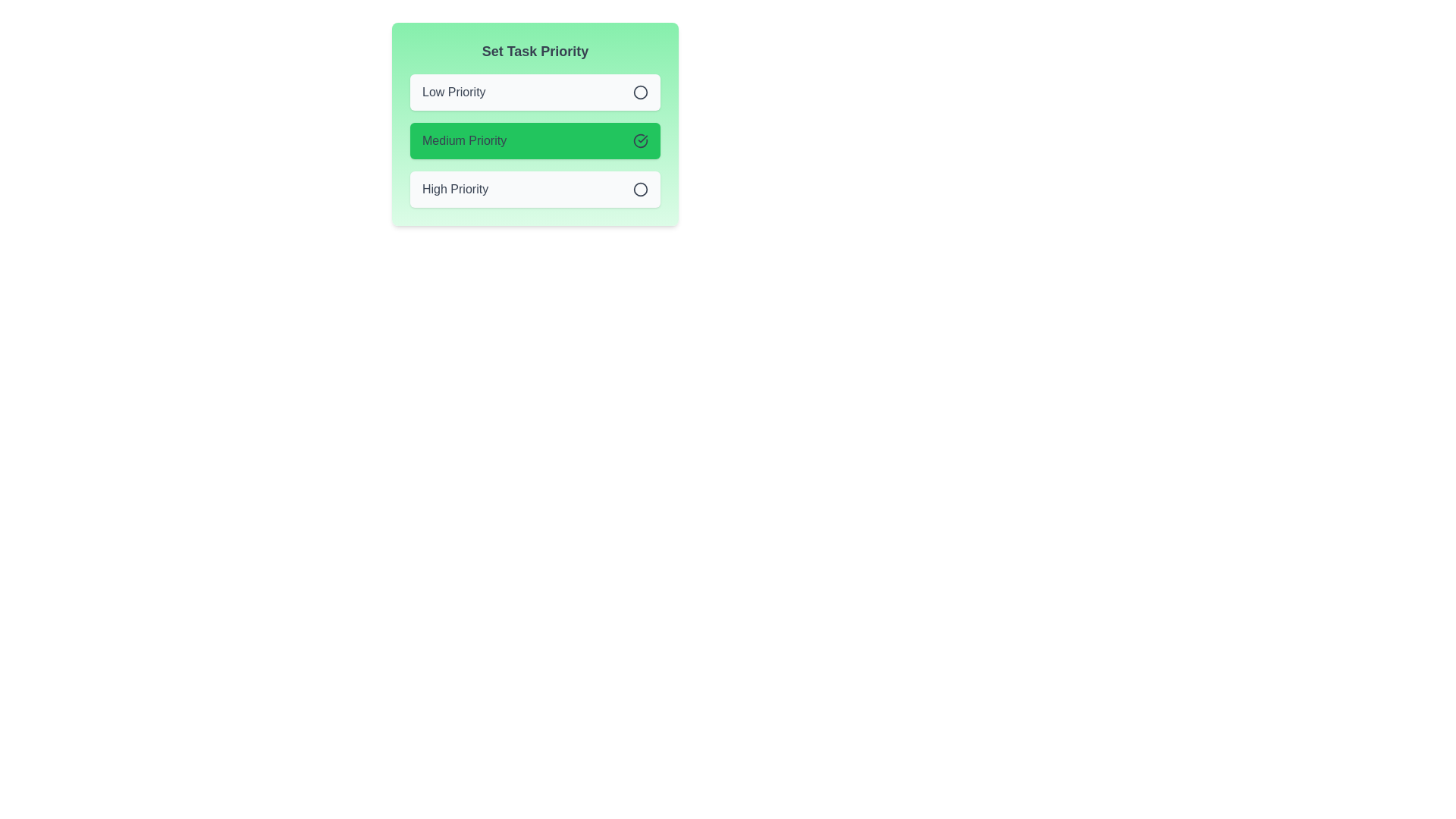  I want to click on the graphical toggle component adjacent to the 'Low Priority' label, so click(640, 91).